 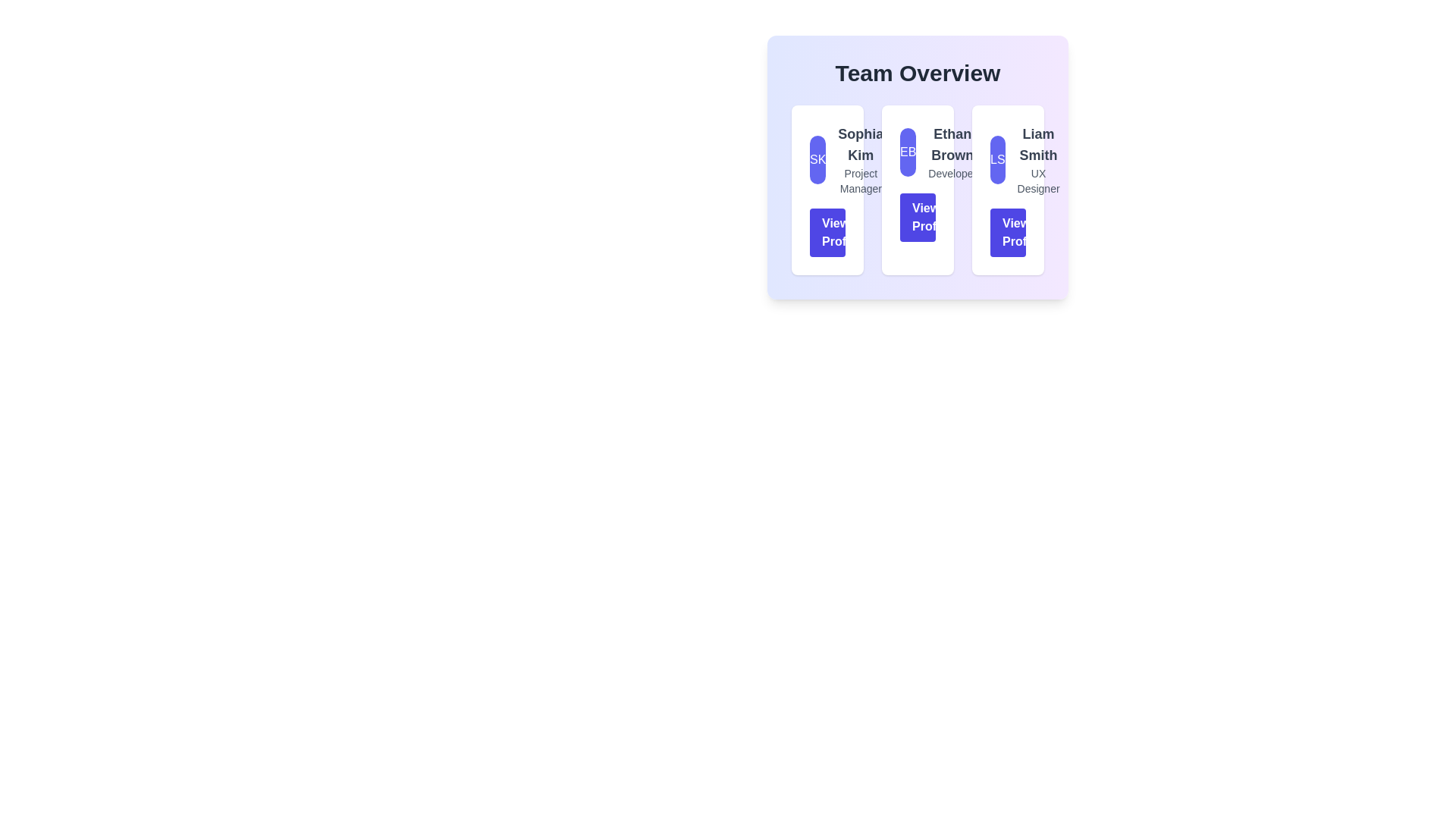 What do you see at coordinates (1037, 160) in the screenshot?
I see `the Text Display element that identifies the person with their name and job title, located in the third profile card from the left, below the avatar logo with initials 'LS' and above the 'View Profile' button` at bounding box center [1037, 160].